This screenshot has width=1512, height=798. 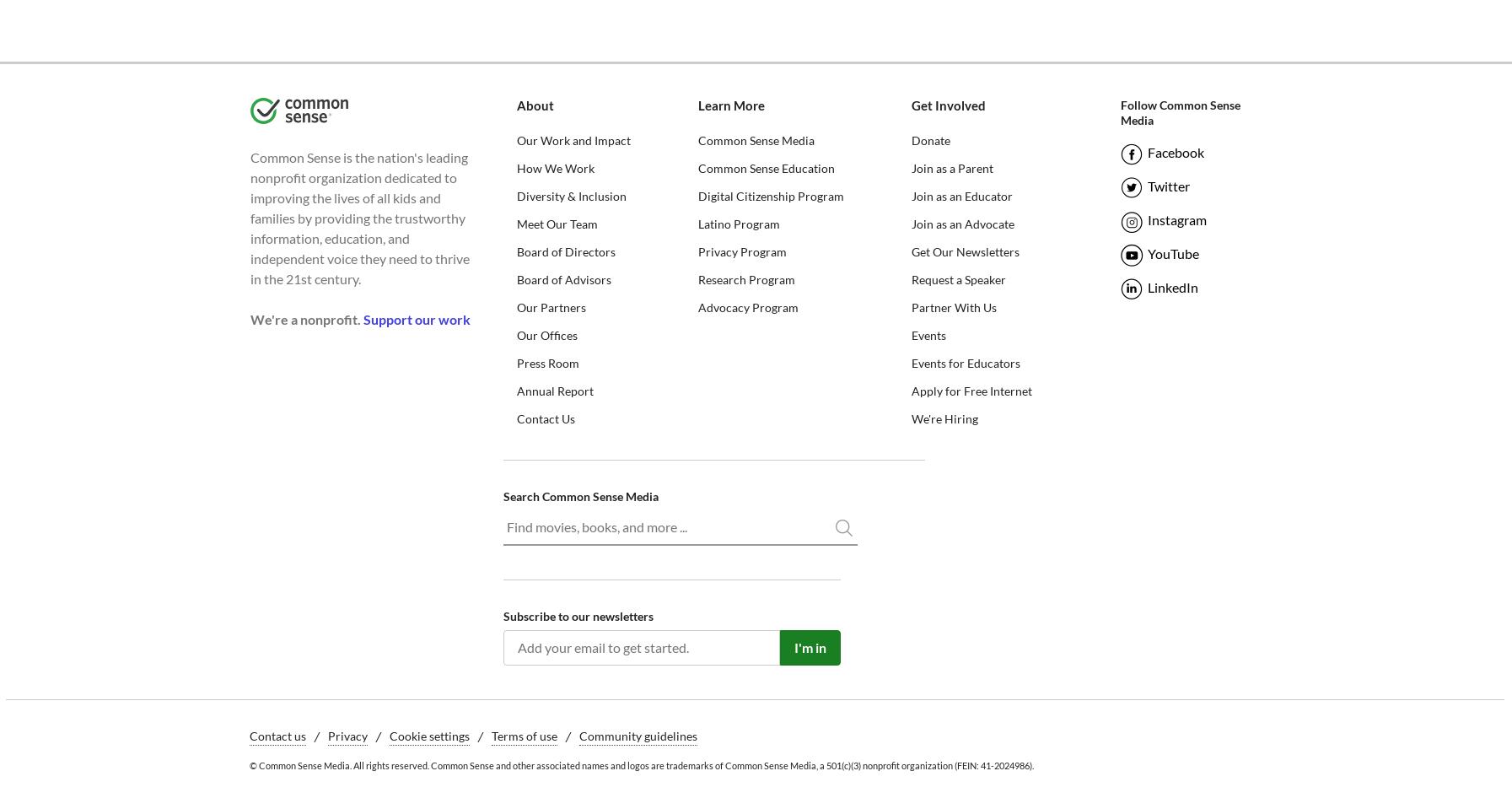 What do you see at coordinates (545, 334) in the screenshot?
I see `'Our Offices'` at bounding box center [545, 334].